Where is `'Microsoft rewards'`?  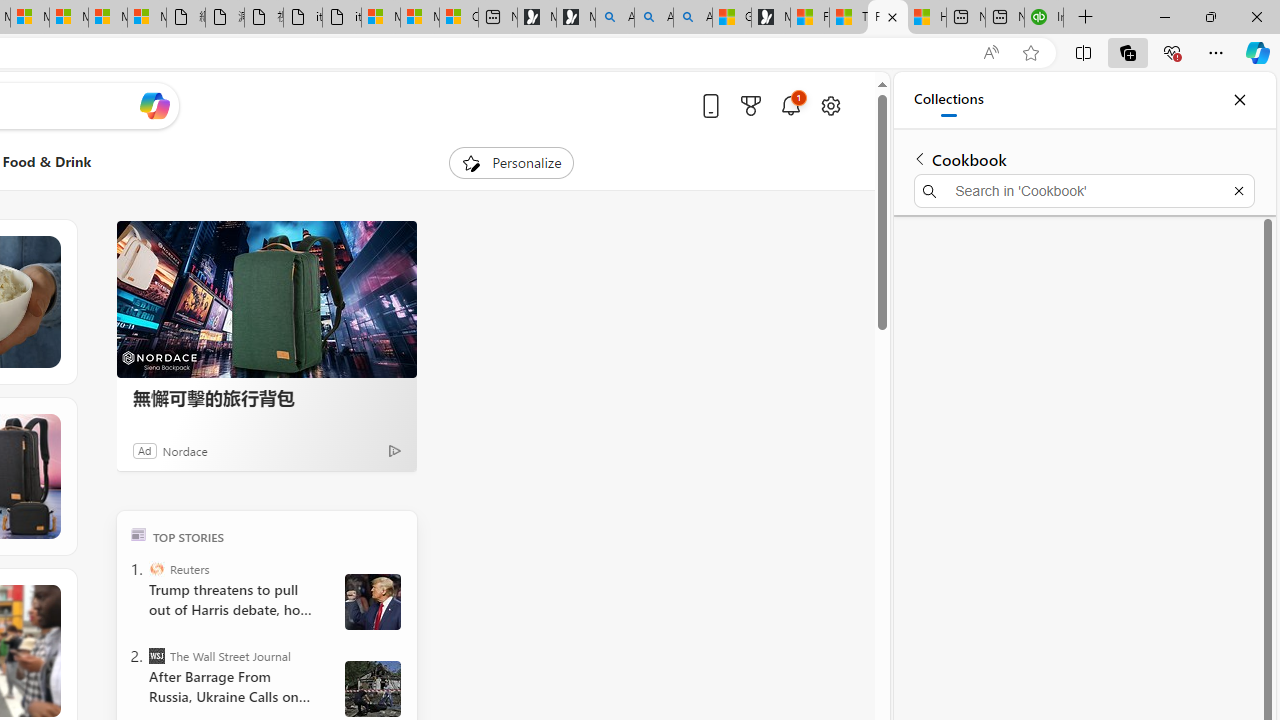
'Microsoft rewards' is located at coordinates (749, 105).